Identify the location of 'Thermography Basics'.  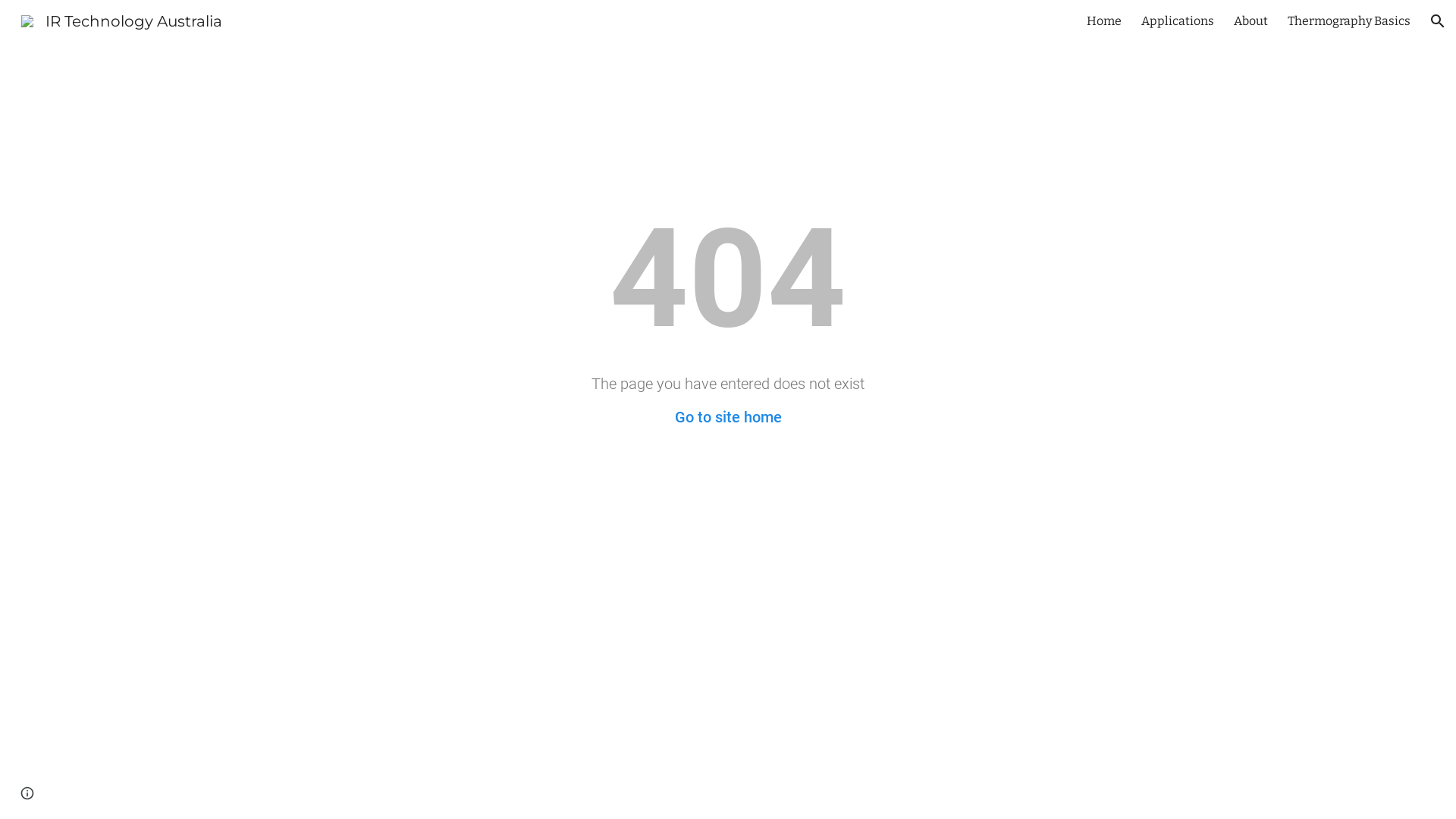
(1287, 20).